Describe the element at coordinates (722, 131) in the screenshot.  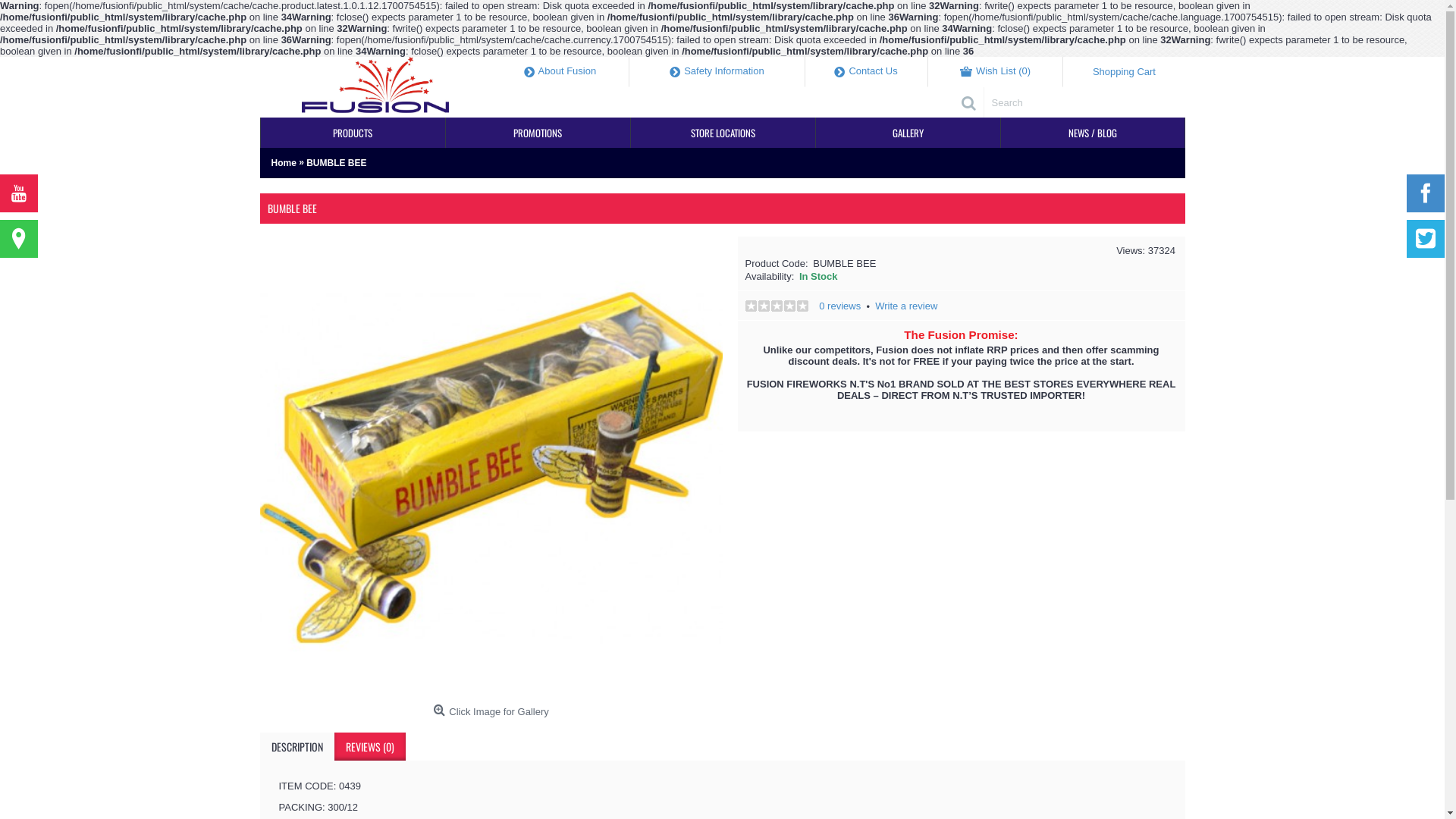
I see `'STORE LOCATIONS'` at that location.